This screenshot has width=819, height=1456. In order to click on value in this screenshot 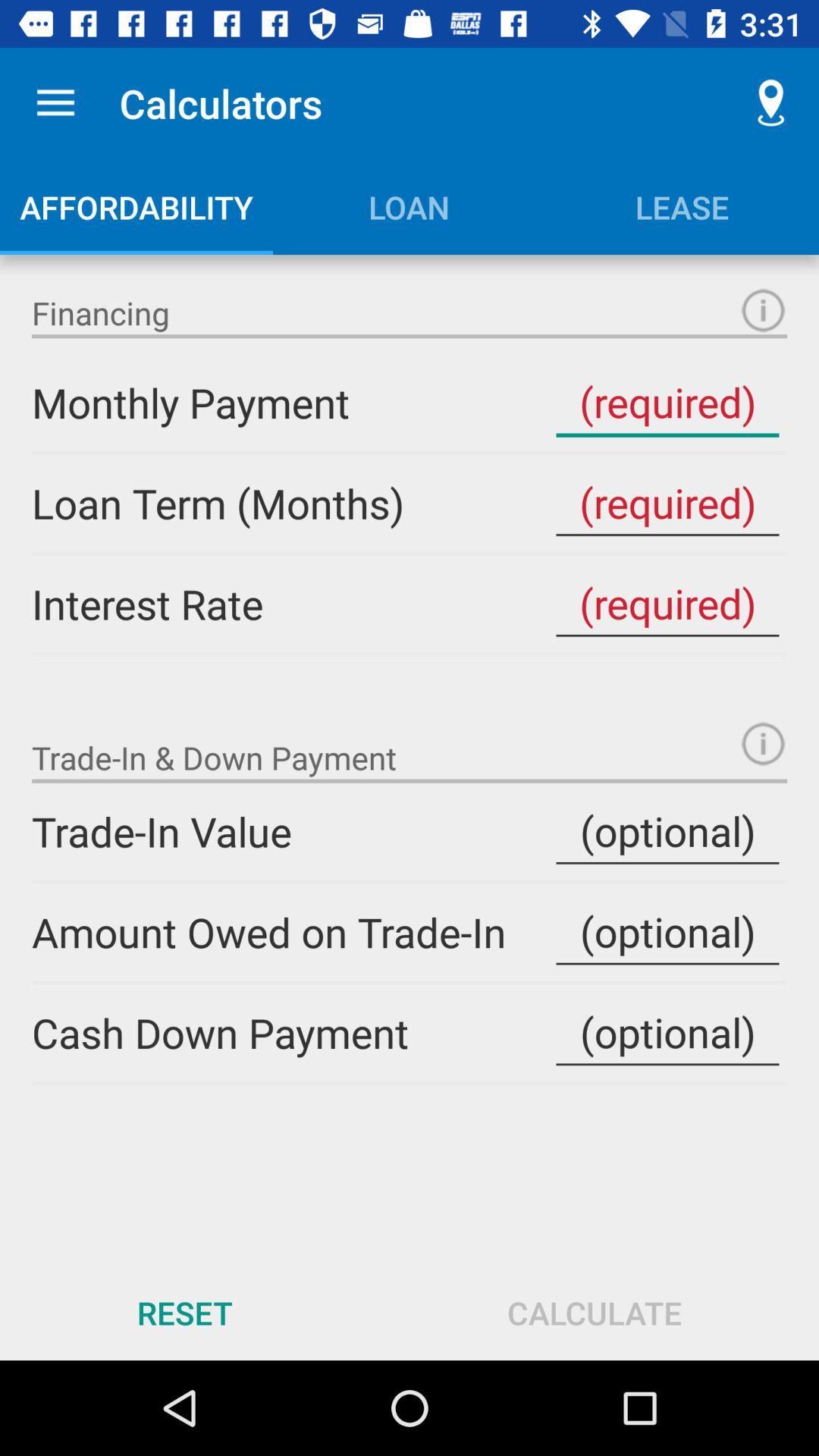, I will do `click(667, 603)`.